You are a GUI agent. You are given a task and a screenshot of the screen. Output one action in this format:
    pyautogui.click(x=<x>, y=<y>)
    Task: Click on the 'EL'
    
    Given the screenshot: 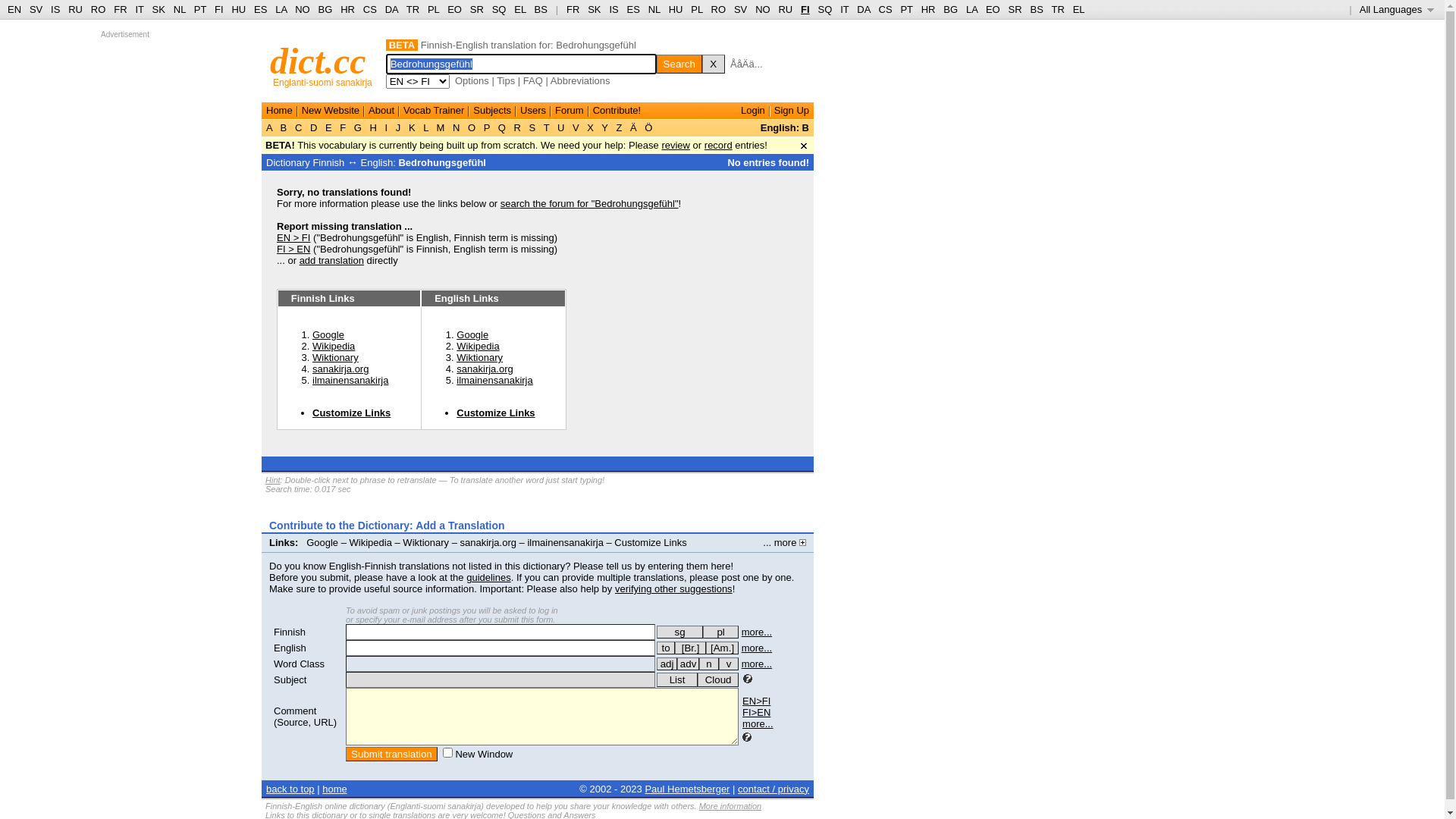 What is the action you would take?
    pyautogui.click(x=1078, y=9)
    